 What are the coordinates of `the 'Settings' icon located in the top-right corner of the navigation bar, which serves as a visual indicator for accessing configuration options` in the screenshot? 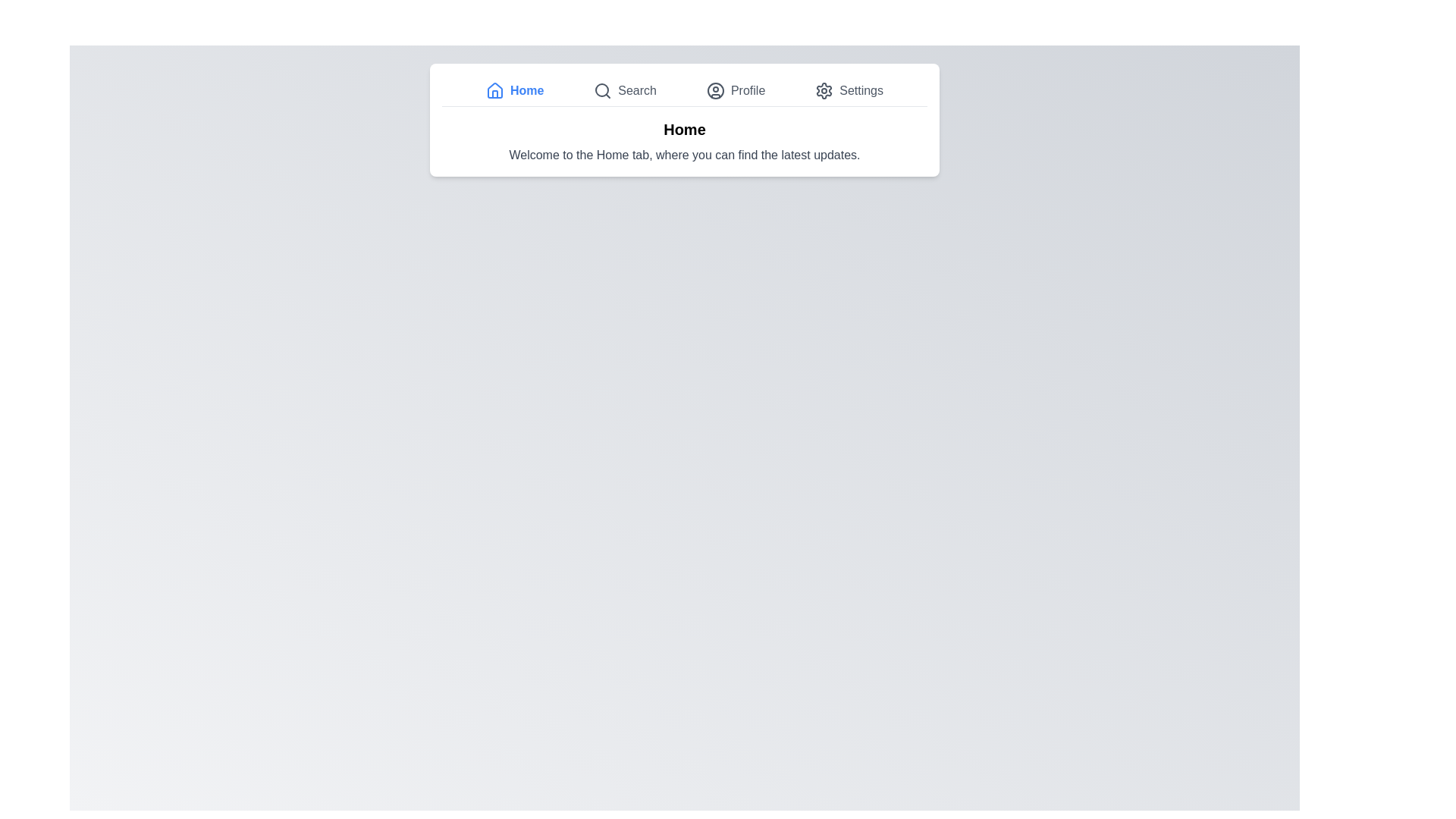 It's located at (824, 90).